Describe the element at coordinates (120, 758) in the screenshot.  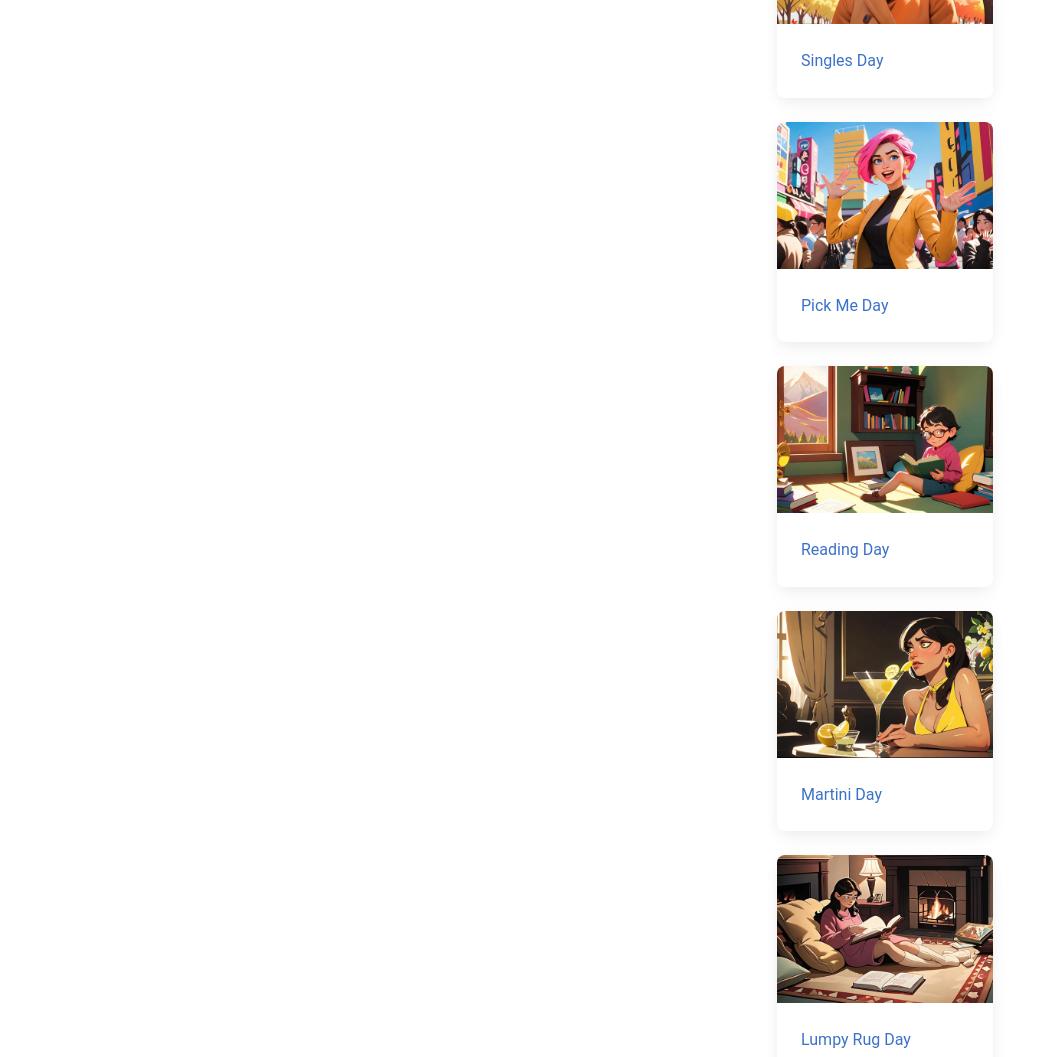
I see `'Email input'` at that location.